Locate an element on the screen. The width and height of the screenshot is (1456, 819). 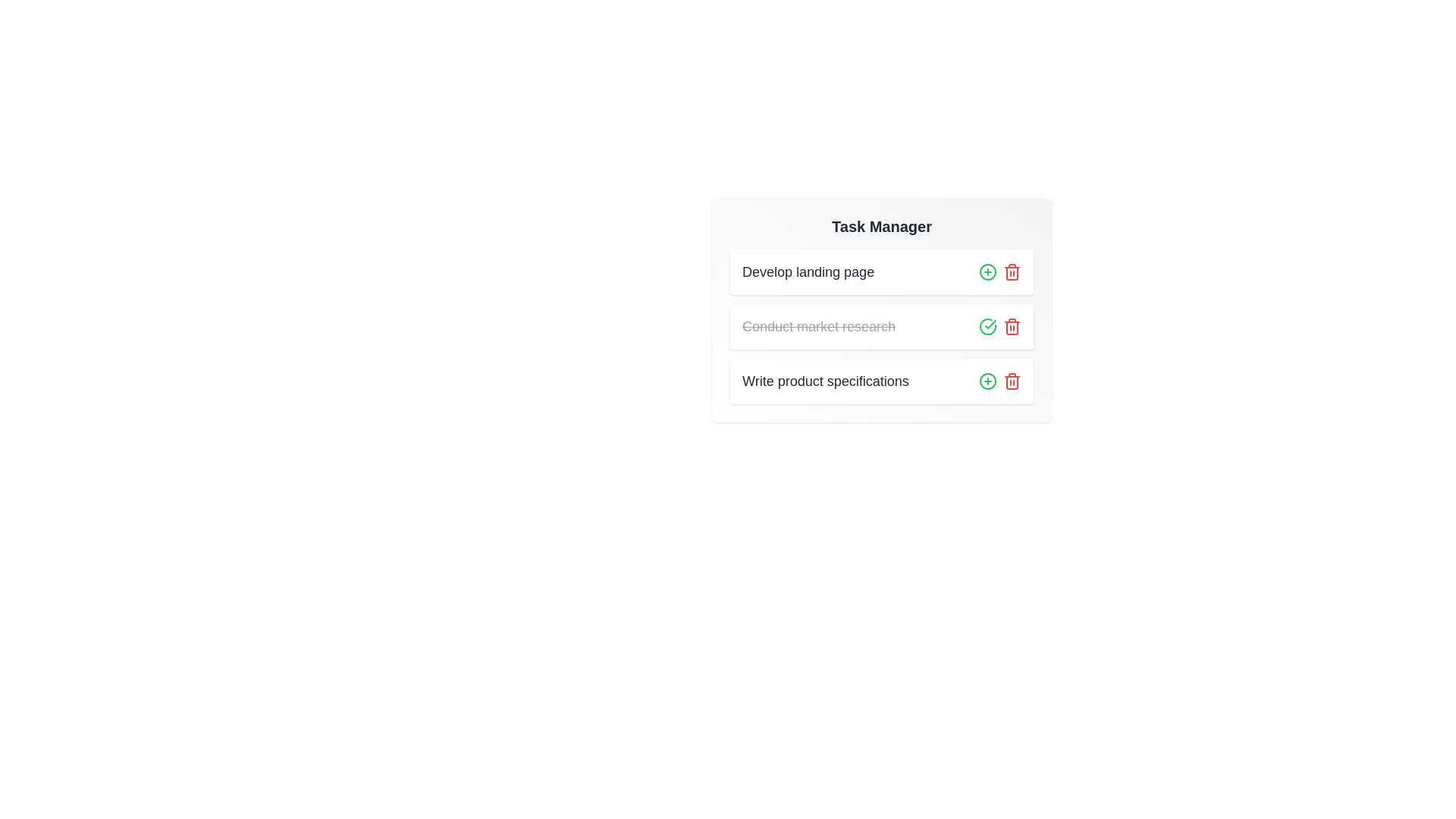
the trash icon corresponding to the task 'Develop landing page' to delete it is located at coordinates (1012, 271).